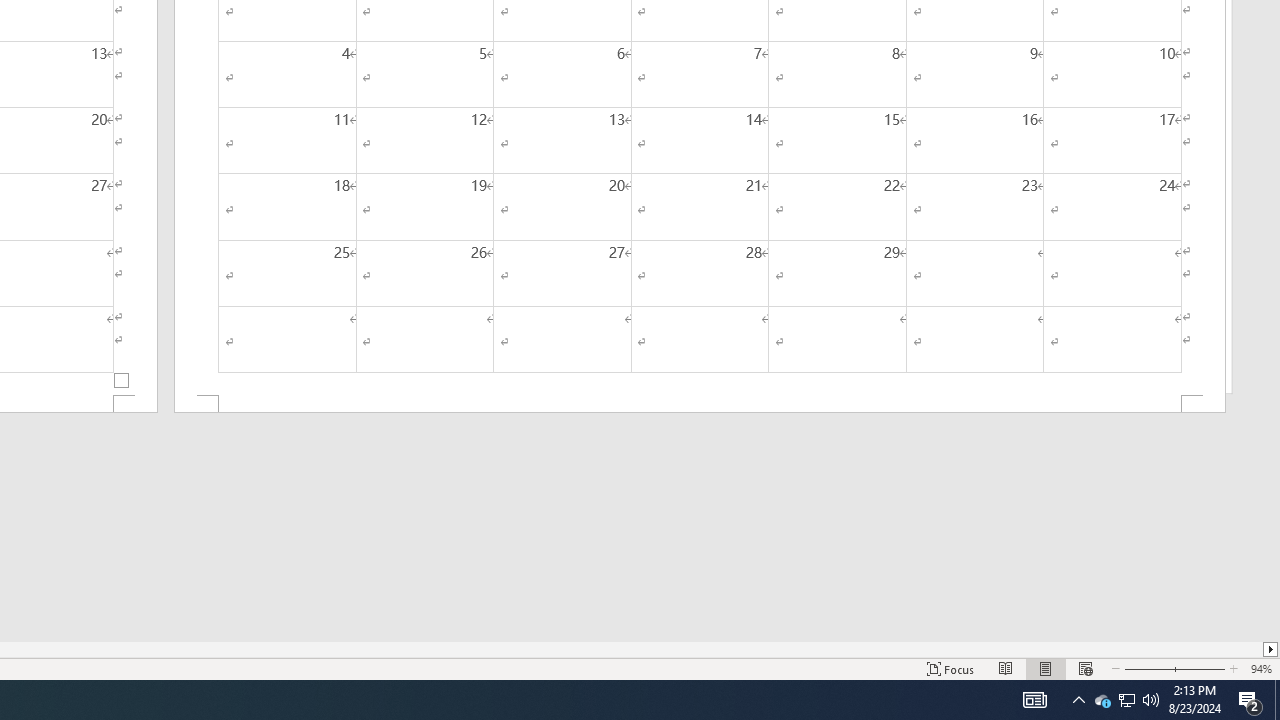 Image resolution: width=1280 pixels, height=720 pixels. What do you see at coordinates (700, 404) in the screenshot?
I see `'Footer -Section 2-'` at bounding box center [700, 404].